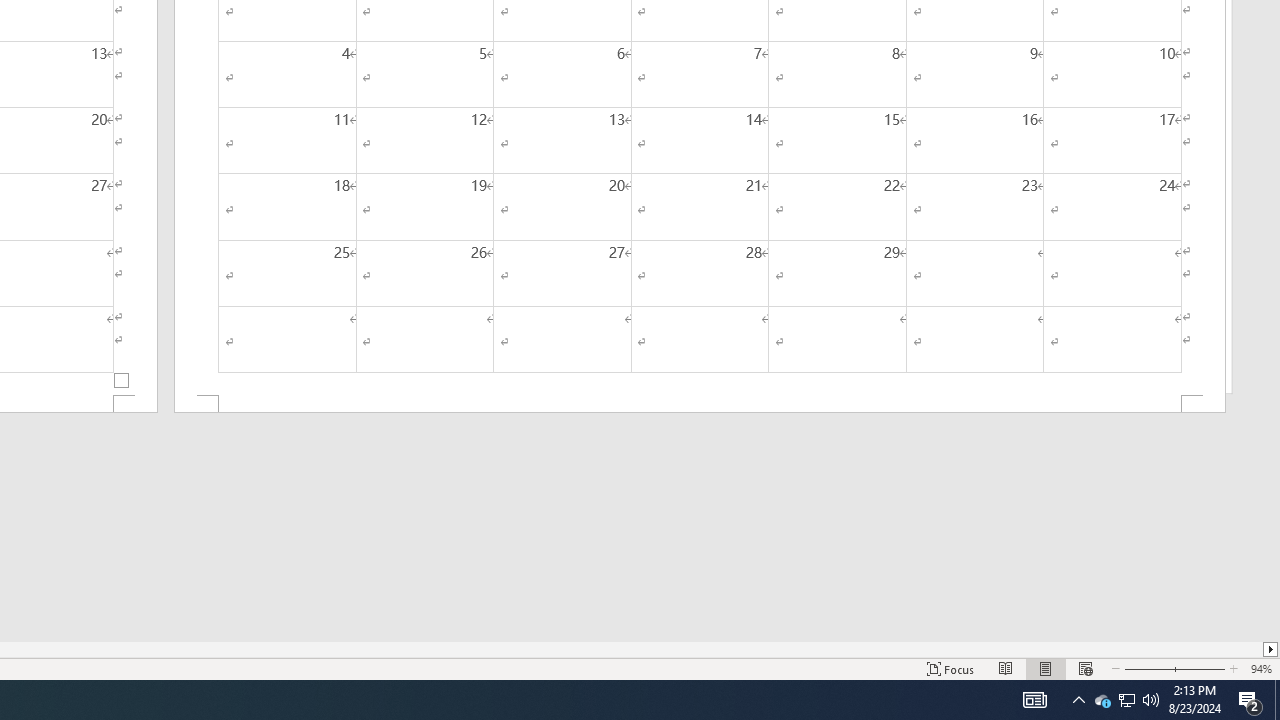 Image resolution: width=1280 pixels, height=720 pixels. What do you see at coordinates (700, 404) in the screenshot?
I see `'Footer -Section 2-'` at bounding box center [700, 404].